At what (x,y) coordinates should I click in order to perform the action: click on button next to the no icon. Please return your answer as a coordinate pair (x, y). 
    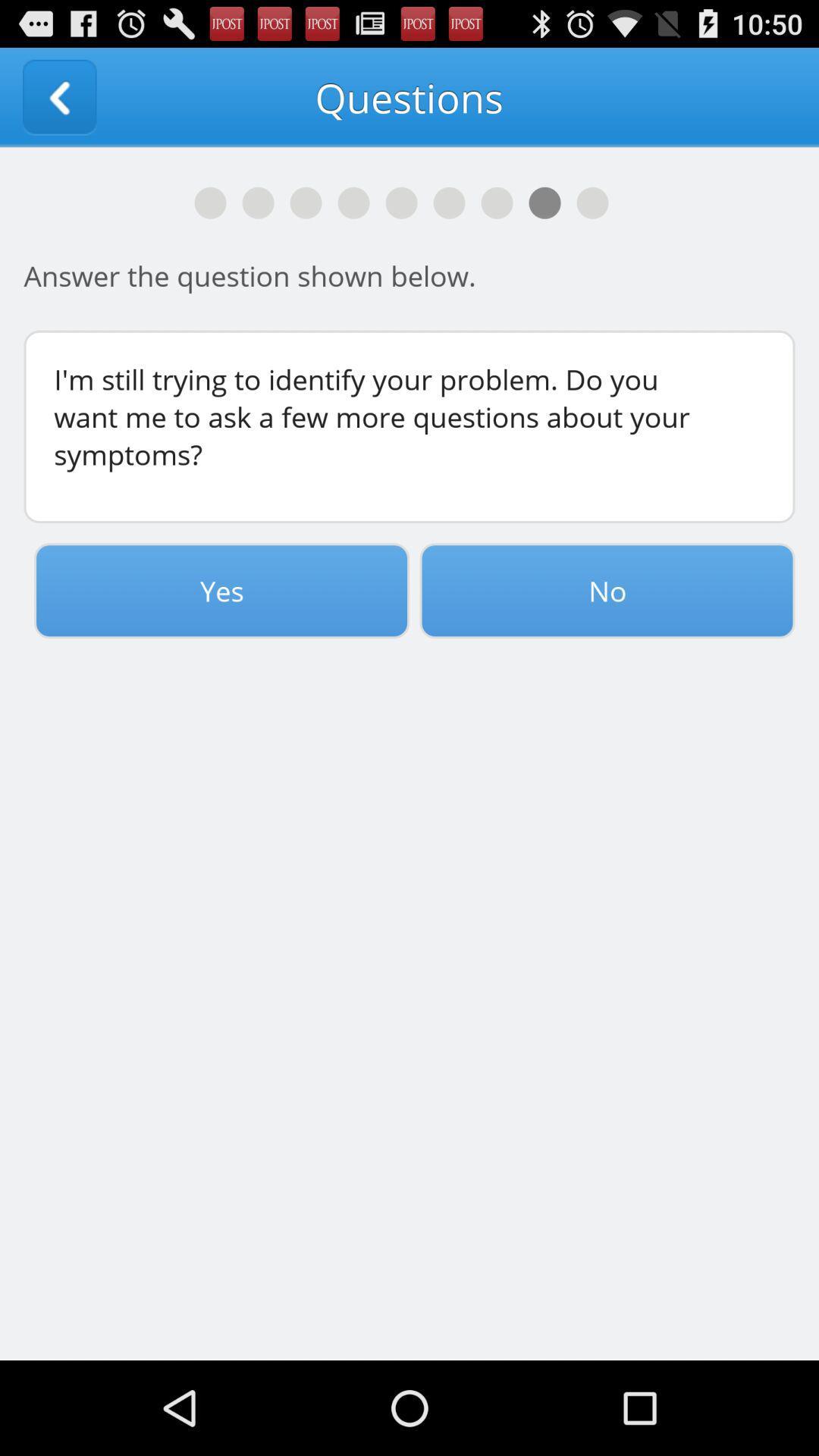
    Looking at the image, I should click on (221, 590).